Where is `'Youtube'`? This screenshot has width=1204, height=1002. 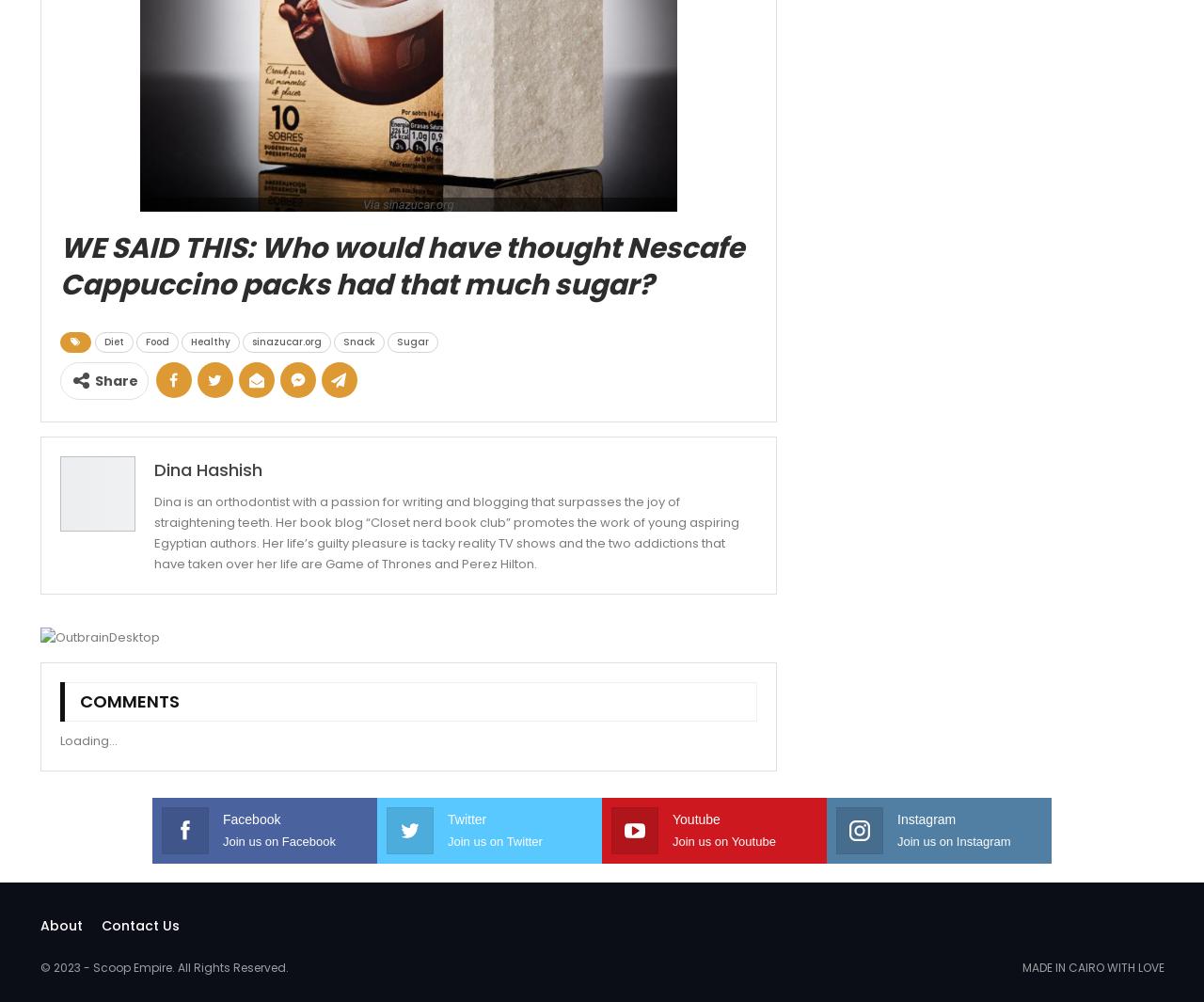 'Youtube' is located at coordinates (694, 818).